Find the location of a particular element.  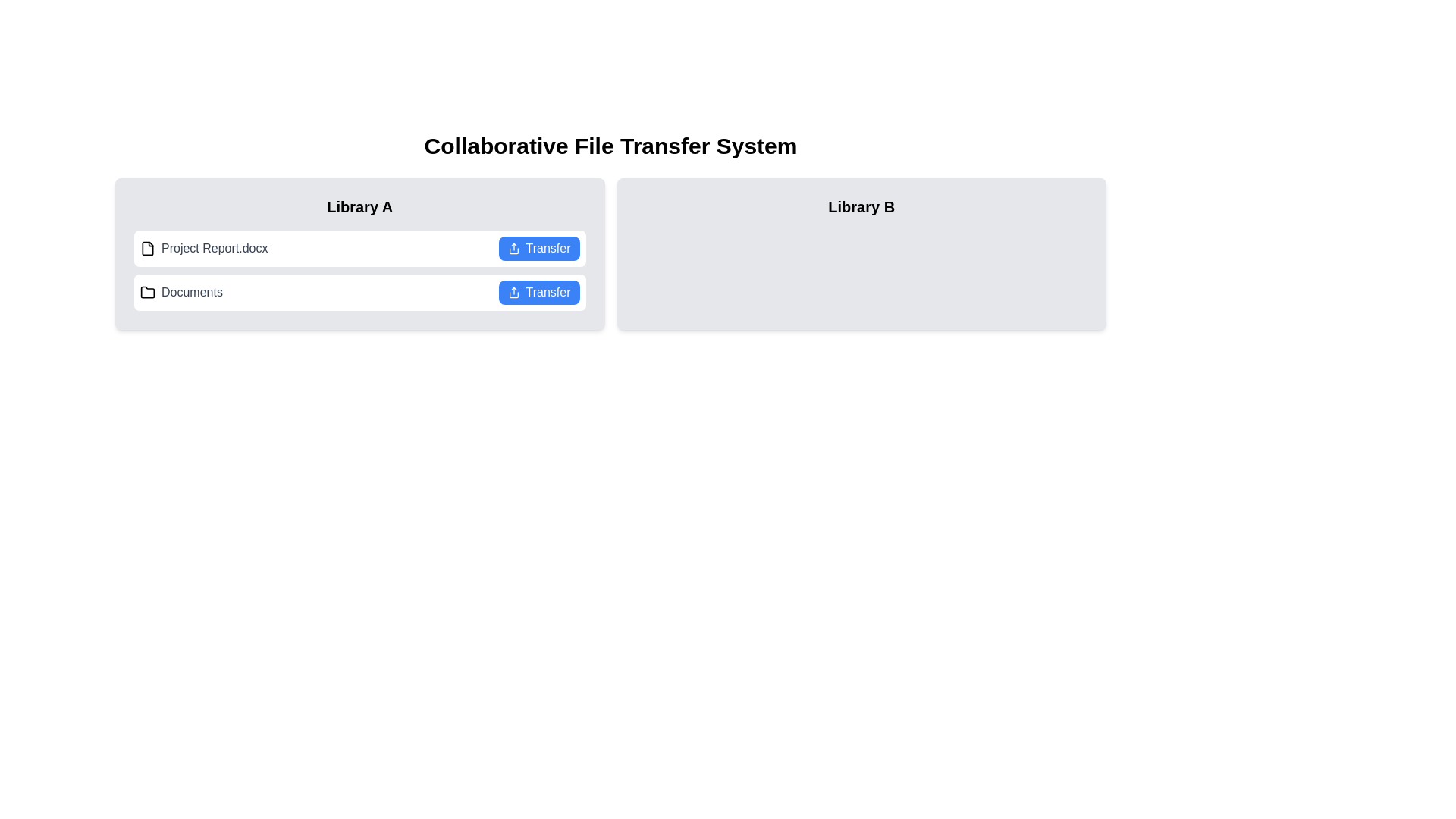

the 'Documents' list item, which is a horizontal group containing a folder icon and styled with a gray hue, located under the 'Library A' section is located at coordinates (181, 292).